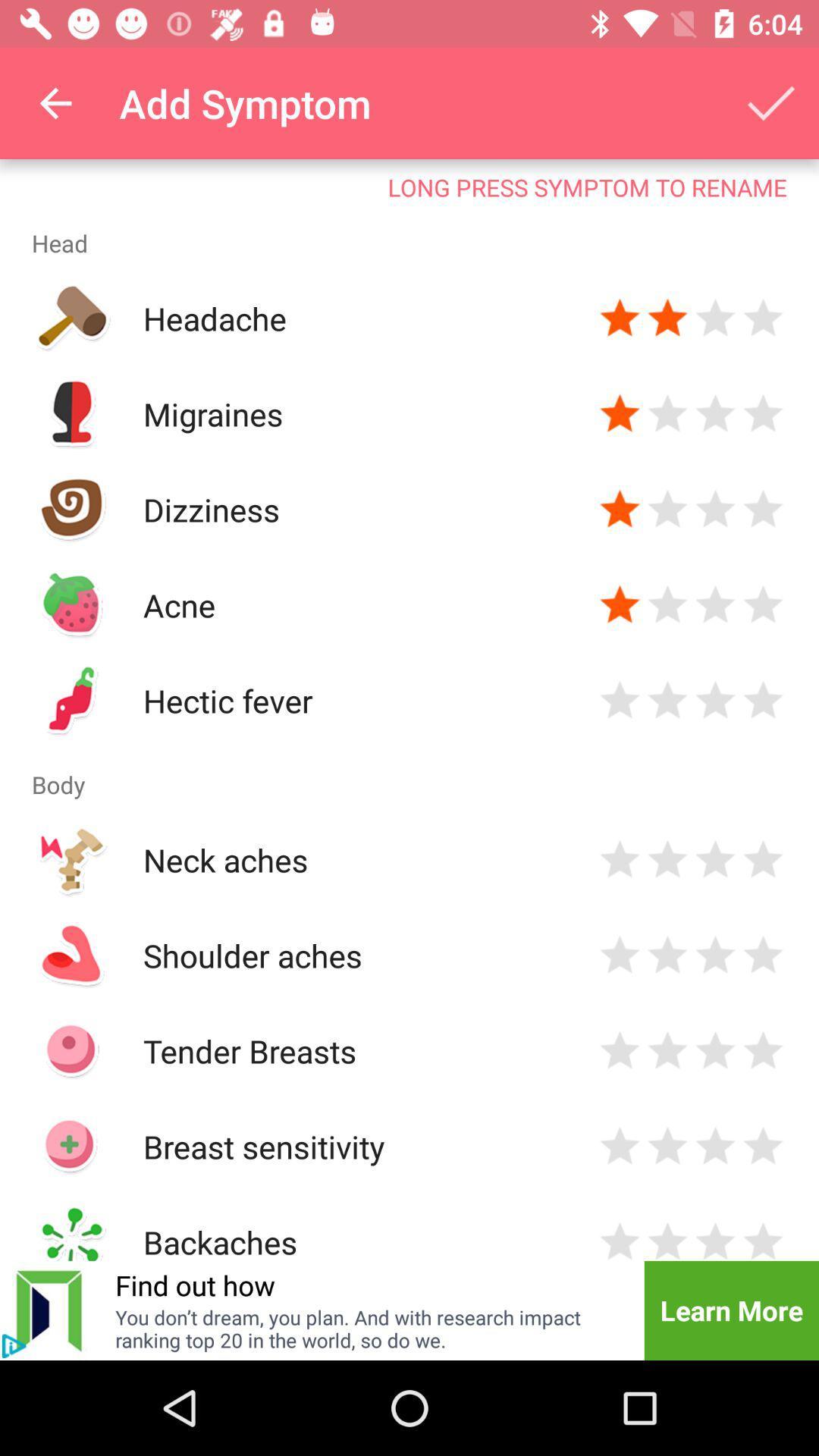 This screenshot has height=1456, width=819. What do you see at coordinates (715, 859) in the screenshot?
I see `choose three stars for neck aches option` at bounding box center [715, 859].